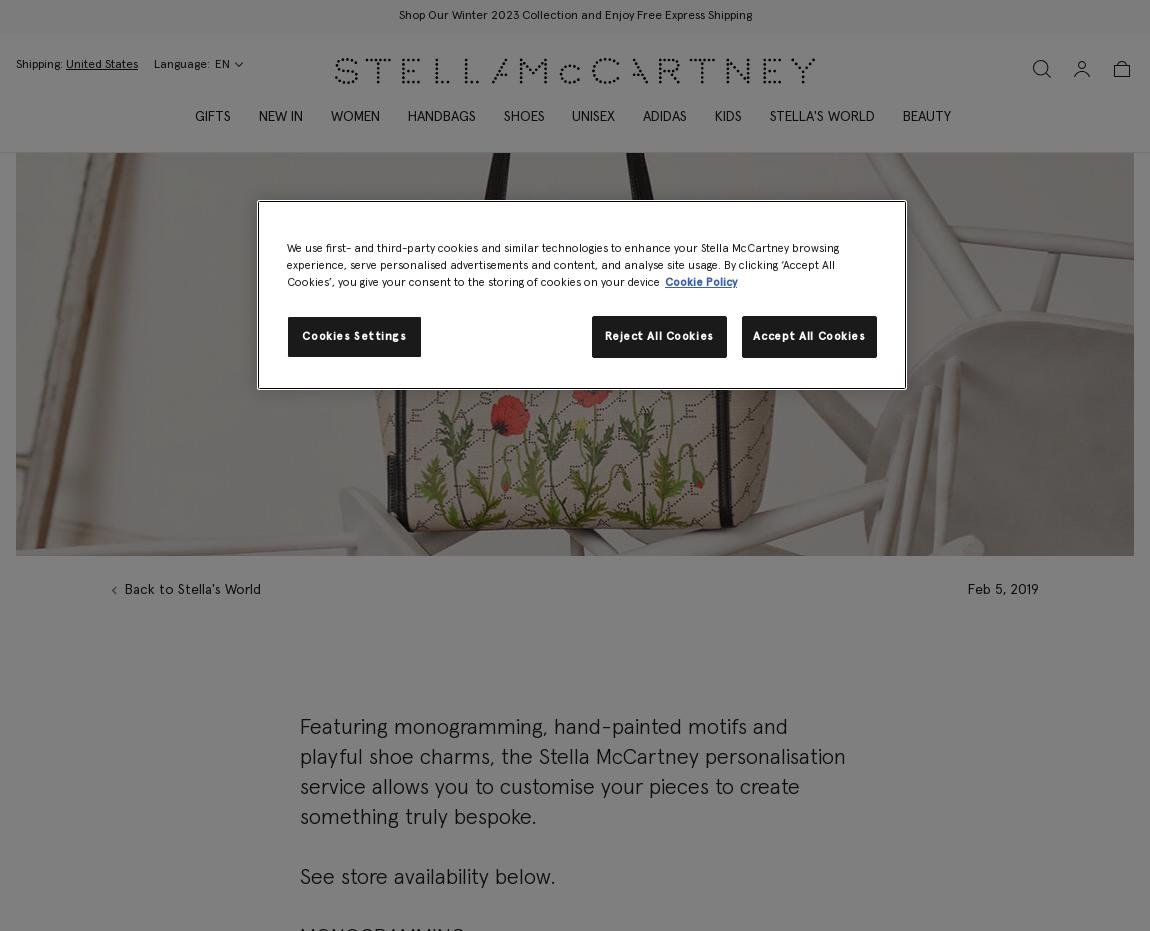  Describe the element at coordinates (575, 332) in the screenshot. I see `'Make it personal with the Stella personalisation service'` at that location.